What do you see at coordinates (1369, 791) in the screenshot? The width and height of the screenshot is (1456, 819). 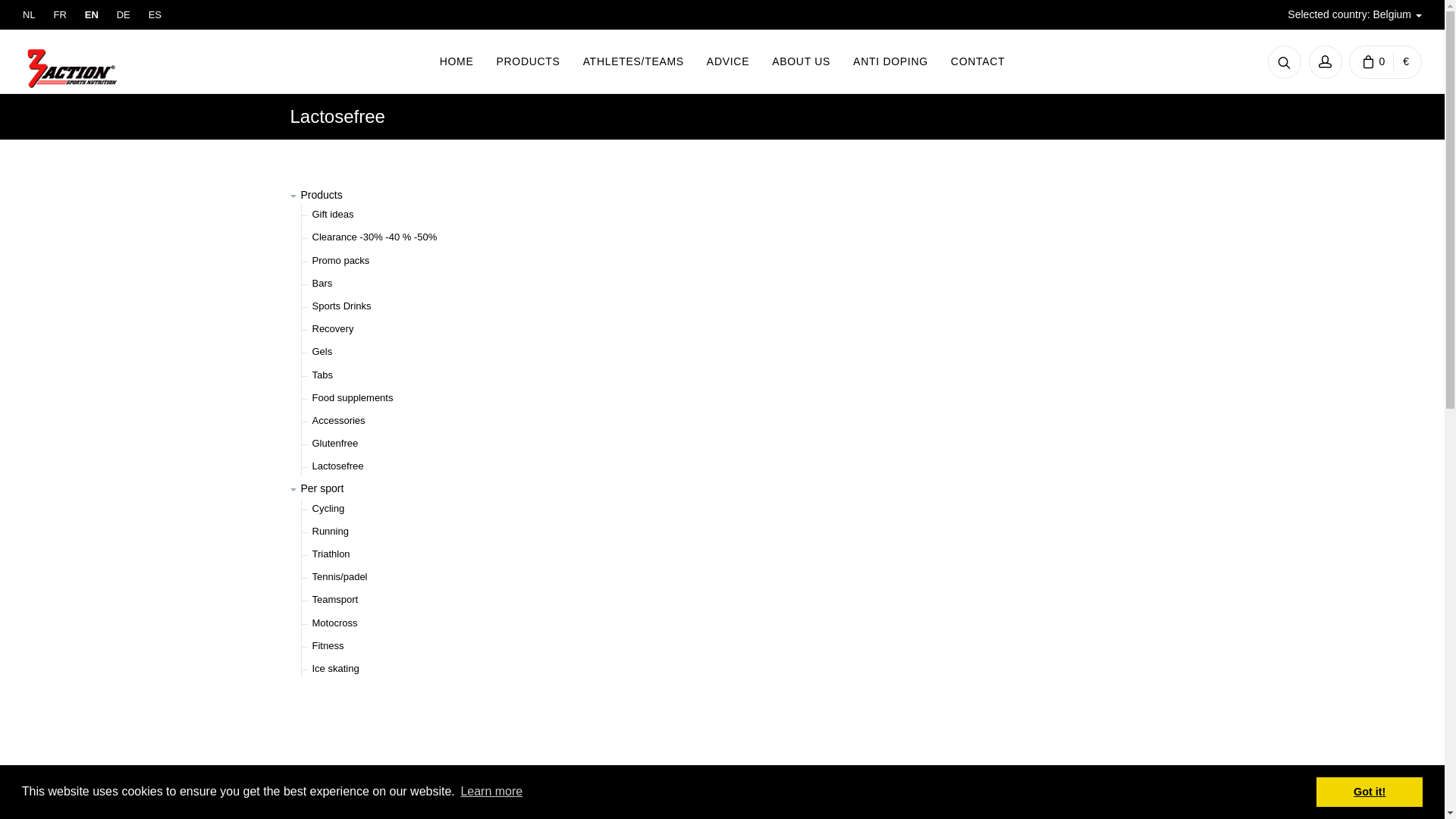 I see `'Got it!'` at bounding box center [1369, 791].